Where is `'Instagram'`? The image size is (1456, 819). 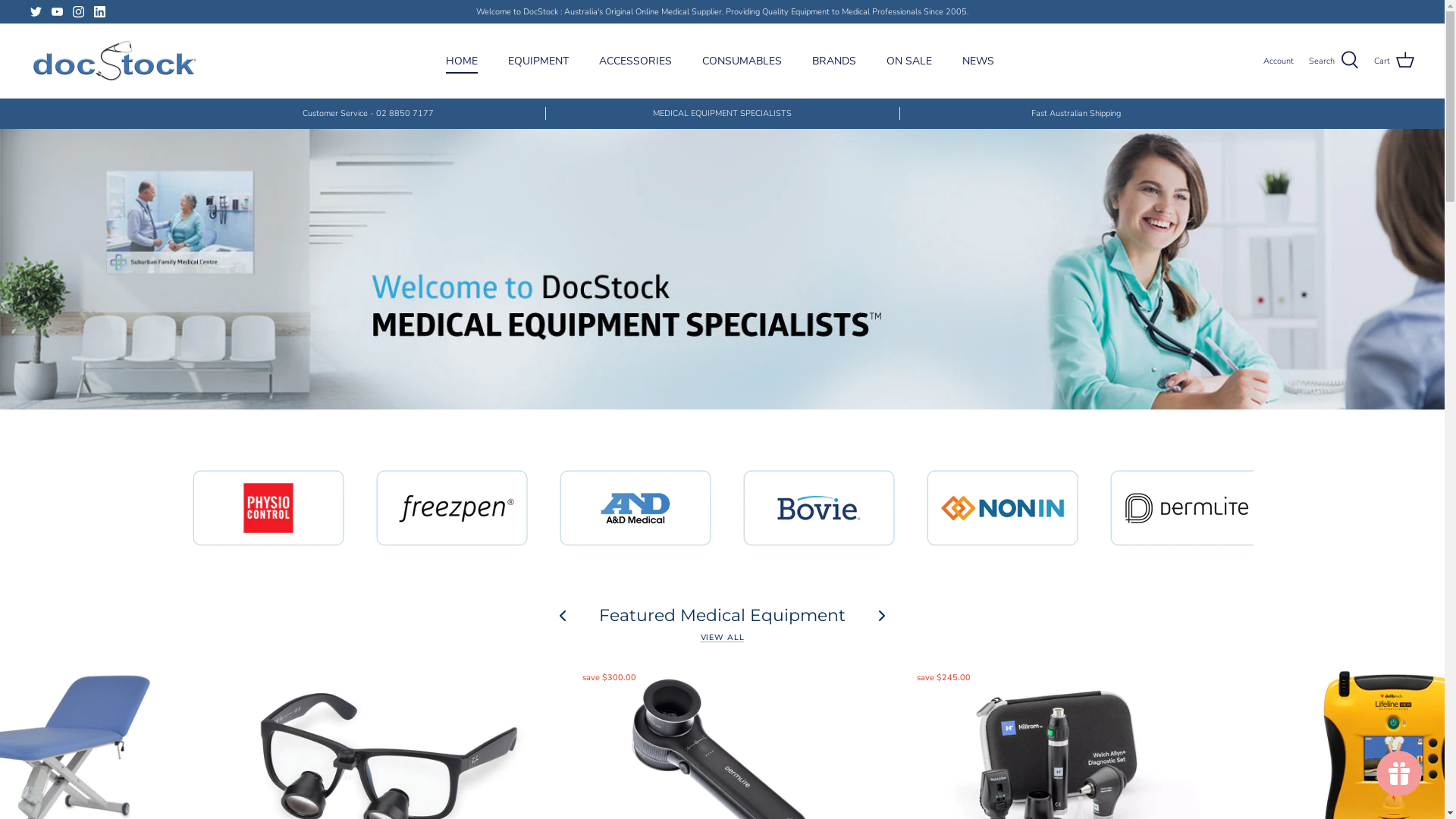 'Instagram' is located at coordinates (77, 11).